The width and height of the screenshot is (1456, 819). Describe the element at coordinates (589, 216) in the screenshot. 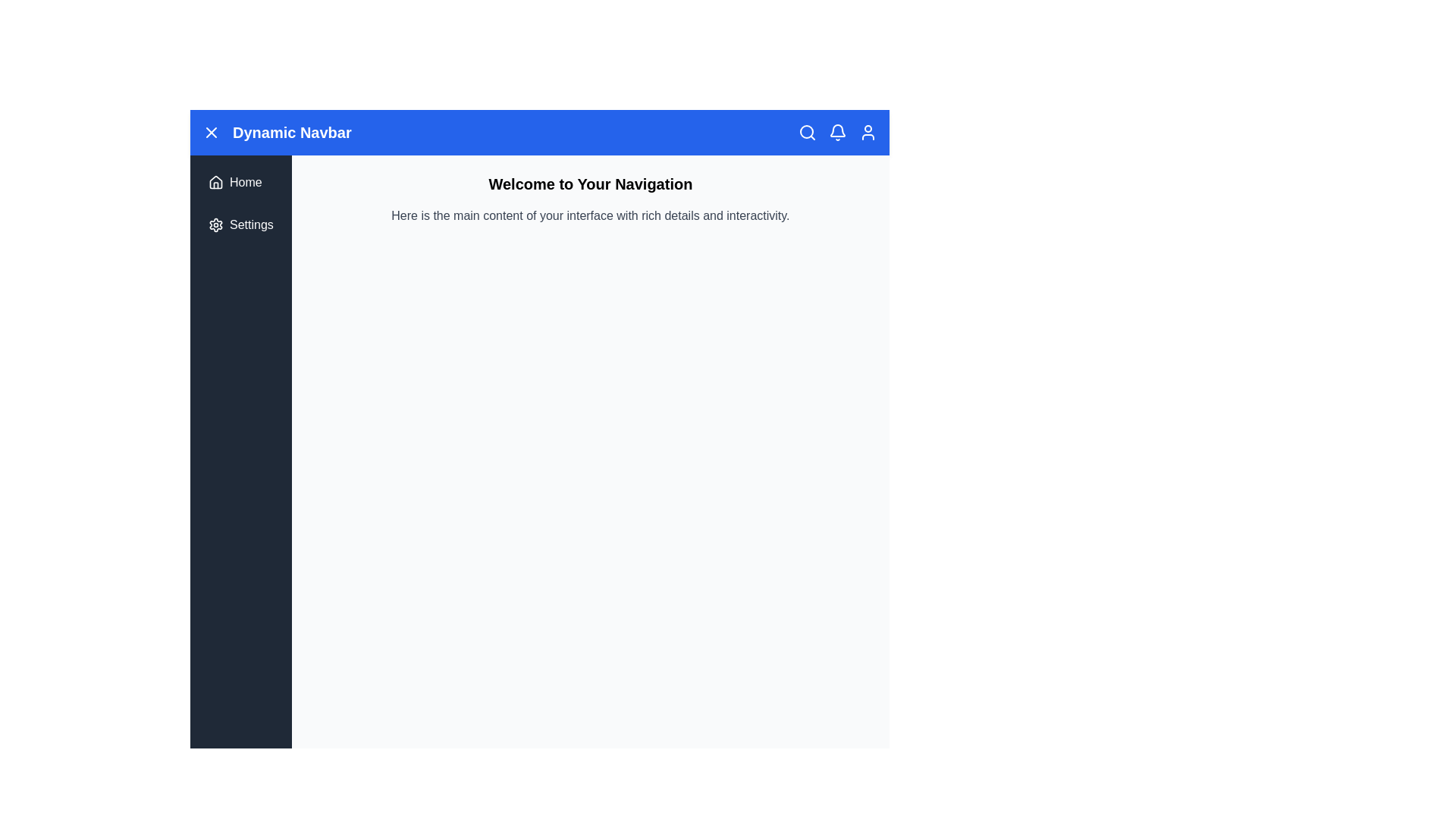

I see `the single-line light gray text positioned below the 'Welcome to Your Navigation' heading in the content area` at that location.